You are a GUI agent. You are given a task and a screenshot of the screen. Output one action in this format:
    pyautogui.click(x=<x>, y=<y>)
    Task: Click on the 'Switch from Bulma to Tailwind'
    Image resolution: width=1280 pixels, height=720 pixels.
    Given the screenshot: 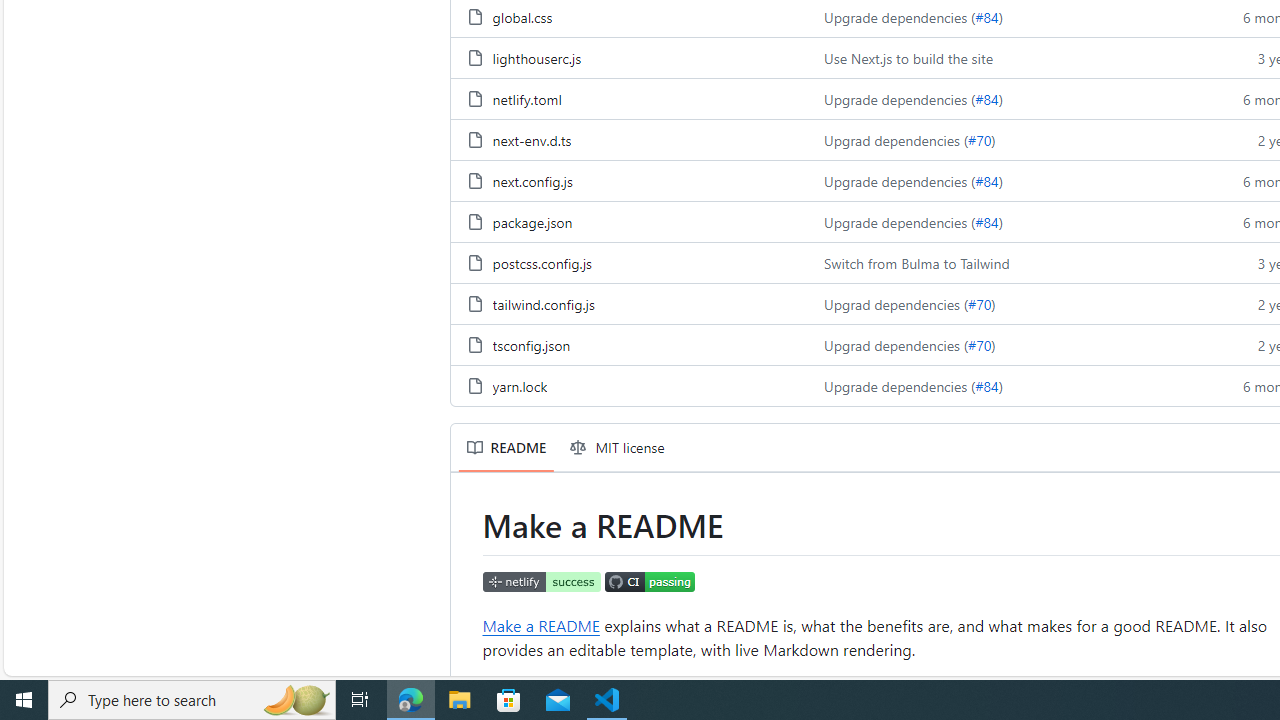 What is the action you would take?
    pyautogui.click(x=916, y=261)
    